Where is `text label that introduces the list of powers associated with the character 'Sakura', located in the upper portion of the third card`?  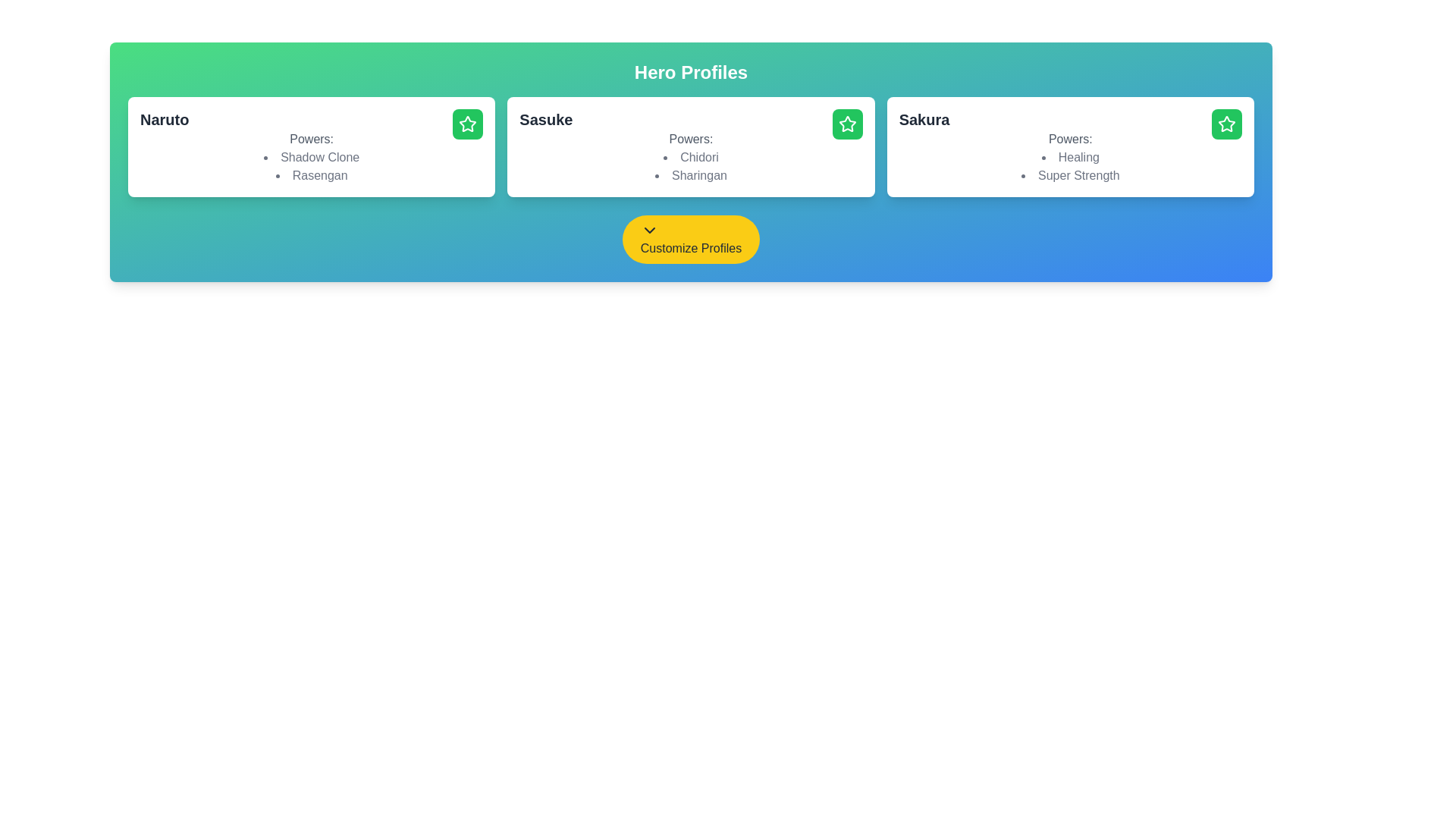 text label that introduces the list of powers associated with the character 'Sakura', located in the upper portion of the third card is located at coordinates (1069, 140).